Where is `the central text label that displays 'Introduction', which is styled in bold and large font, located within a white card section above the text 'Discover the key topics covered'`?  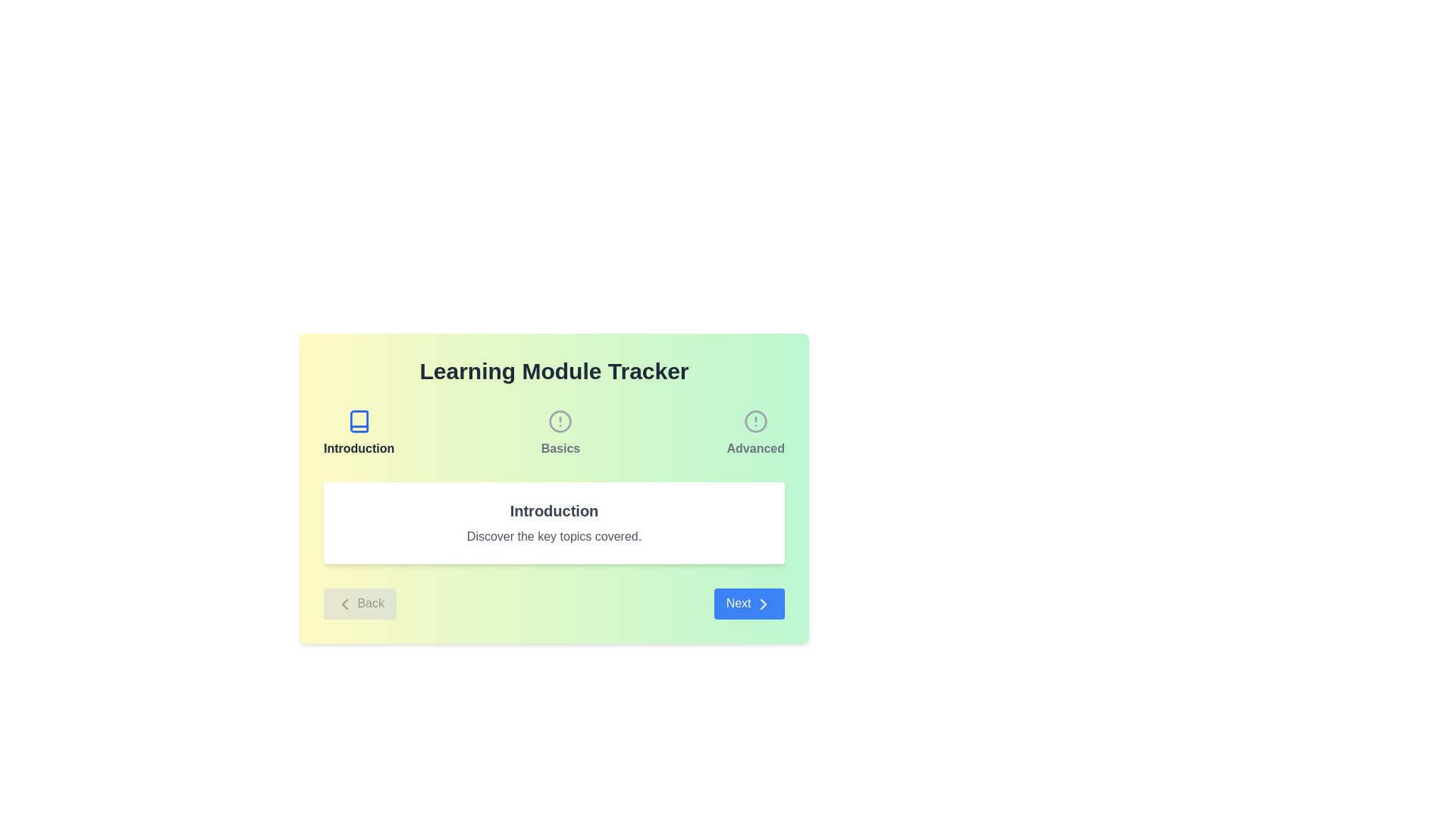 the central text label that displays 'Introduction', which is styled in bold and large font, located within a white card section above the text 'Discover the key topics covered' is located at coordinates (553, 511).